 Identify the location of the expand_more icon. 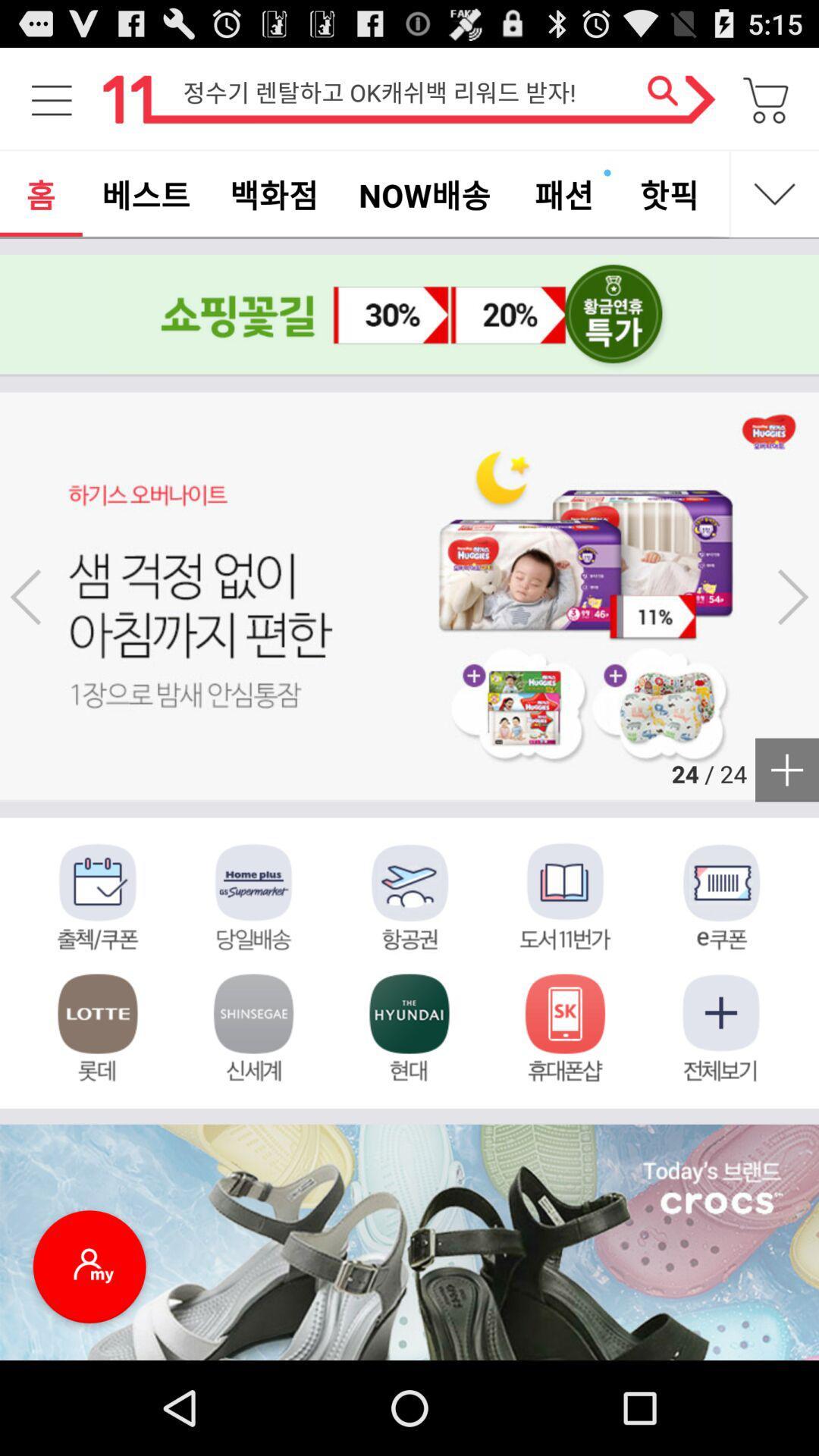
(775, 207).